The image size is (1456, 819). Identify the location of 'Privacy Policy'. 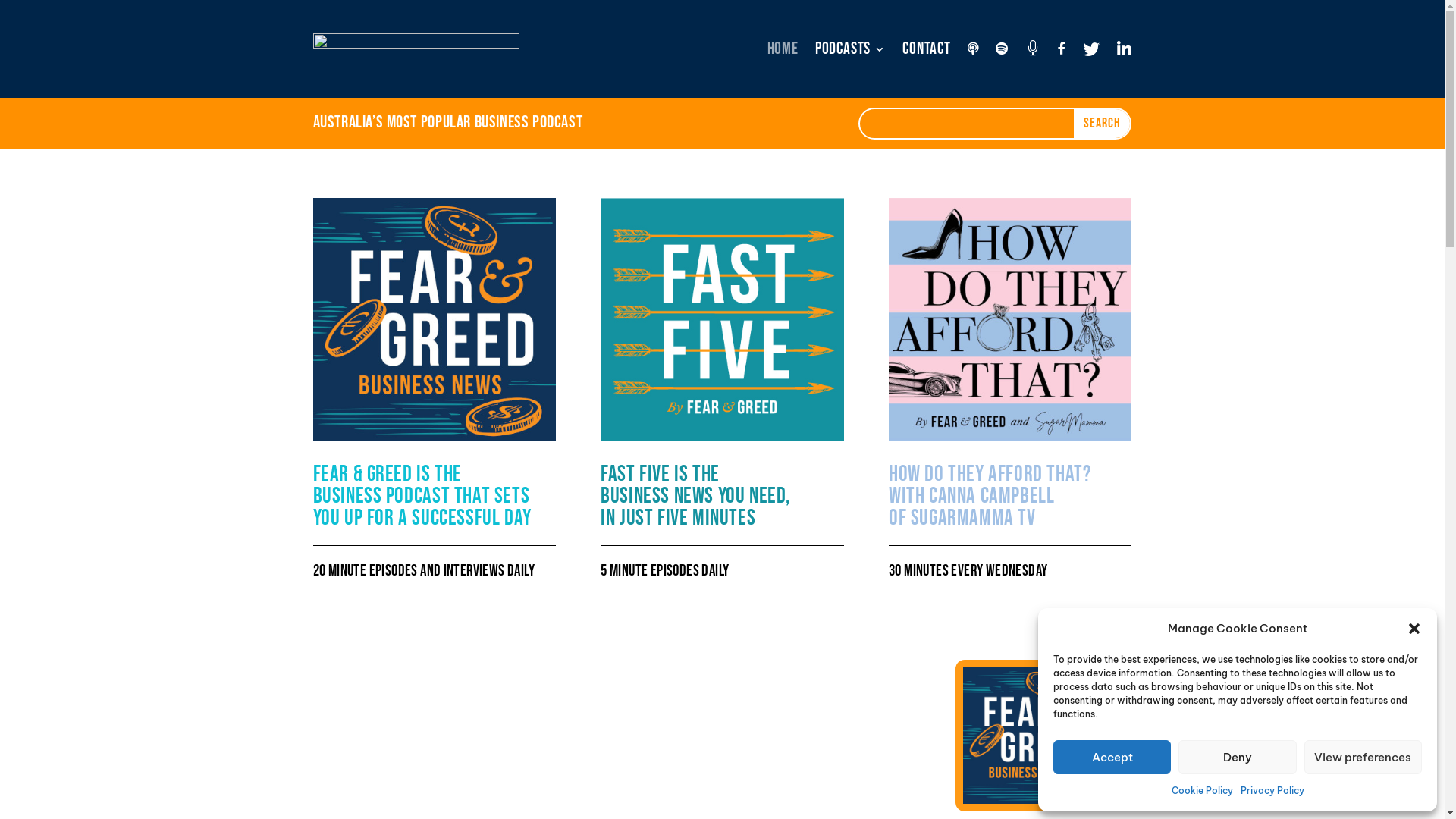
(1272, 789).